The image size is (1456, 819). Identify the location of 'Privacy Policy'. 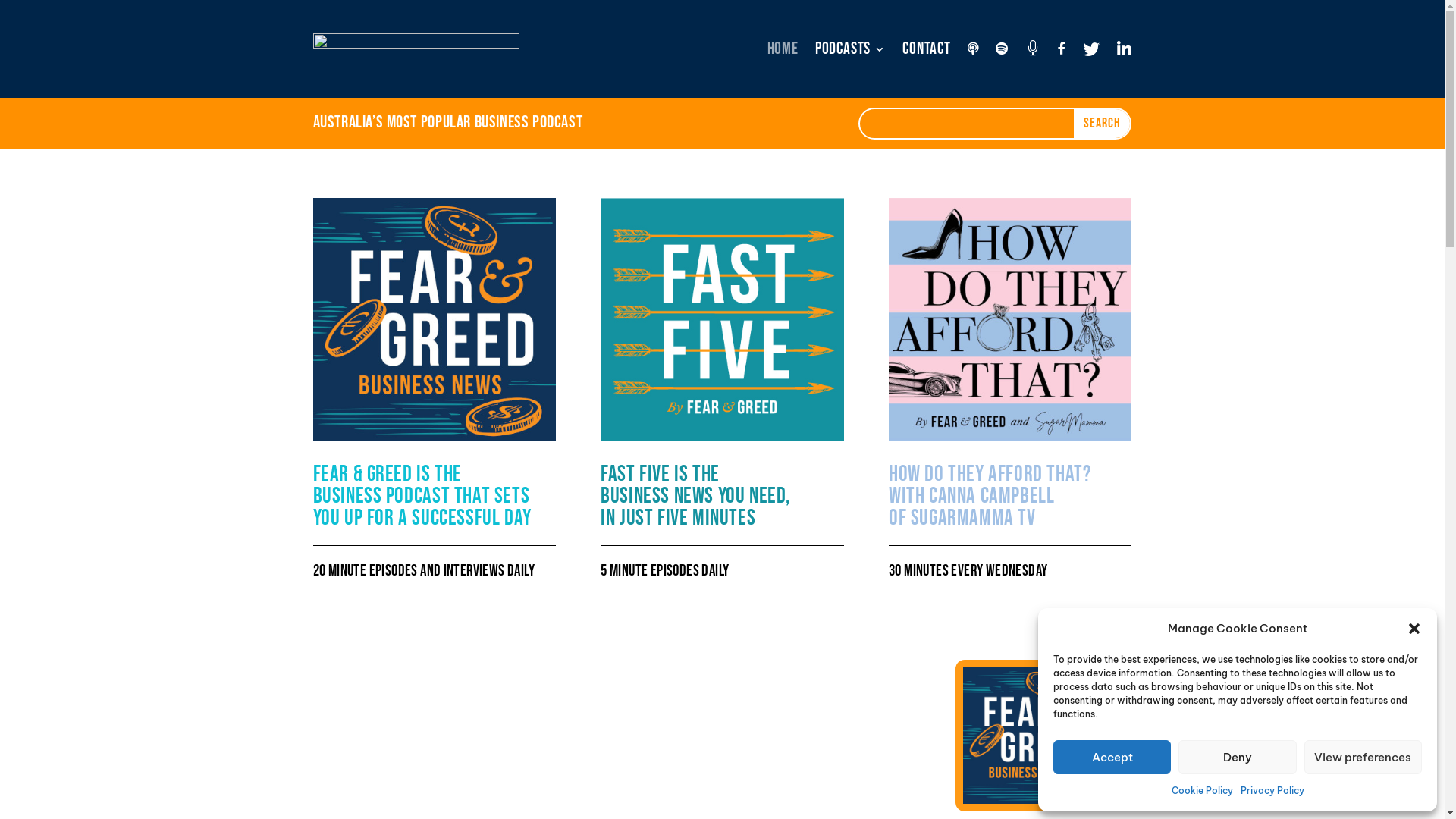
(1272, 789).